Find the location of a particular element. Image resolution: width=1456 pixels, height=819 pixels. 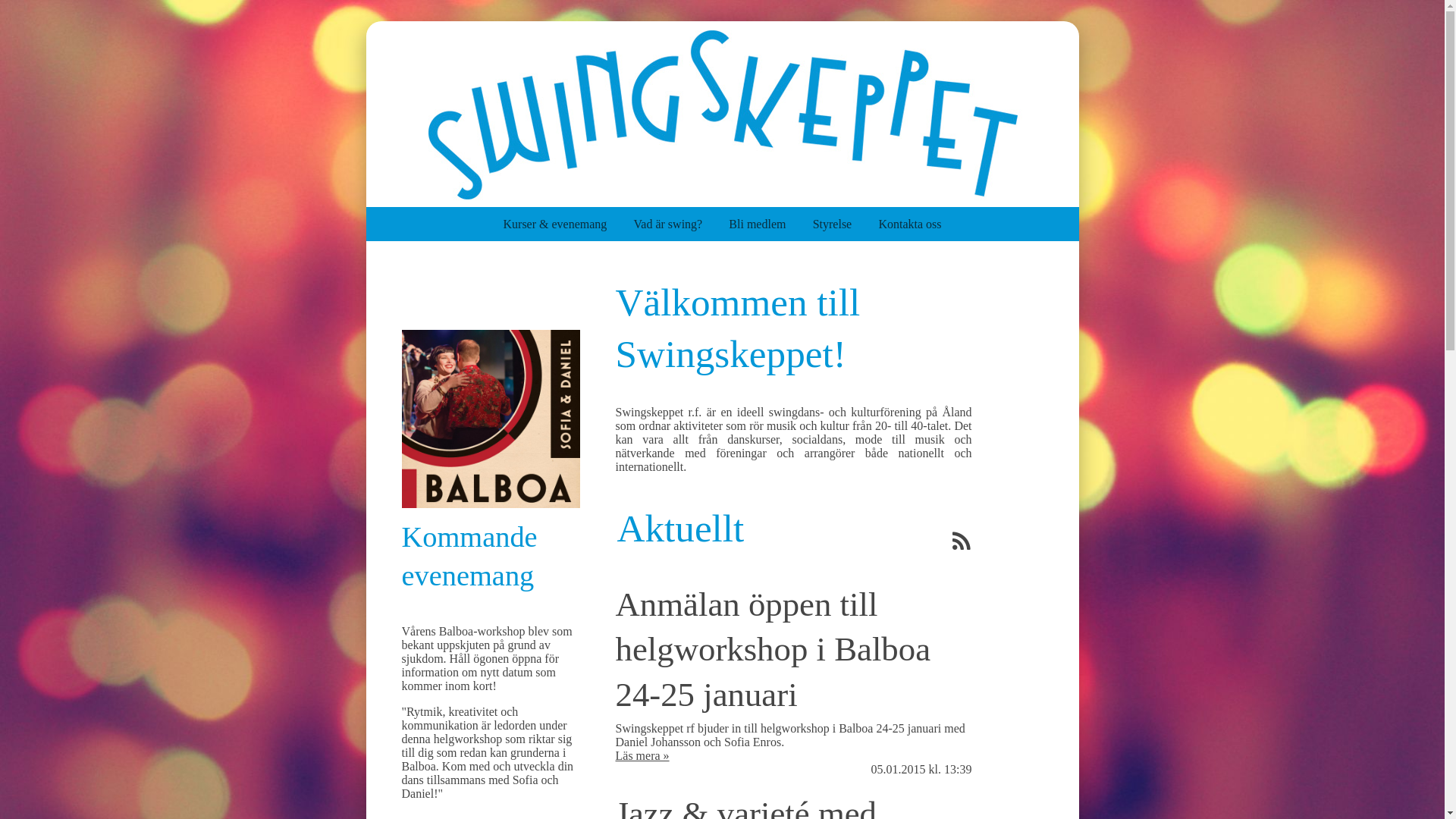

'Styrelse' is located at coordinates (845, 224).